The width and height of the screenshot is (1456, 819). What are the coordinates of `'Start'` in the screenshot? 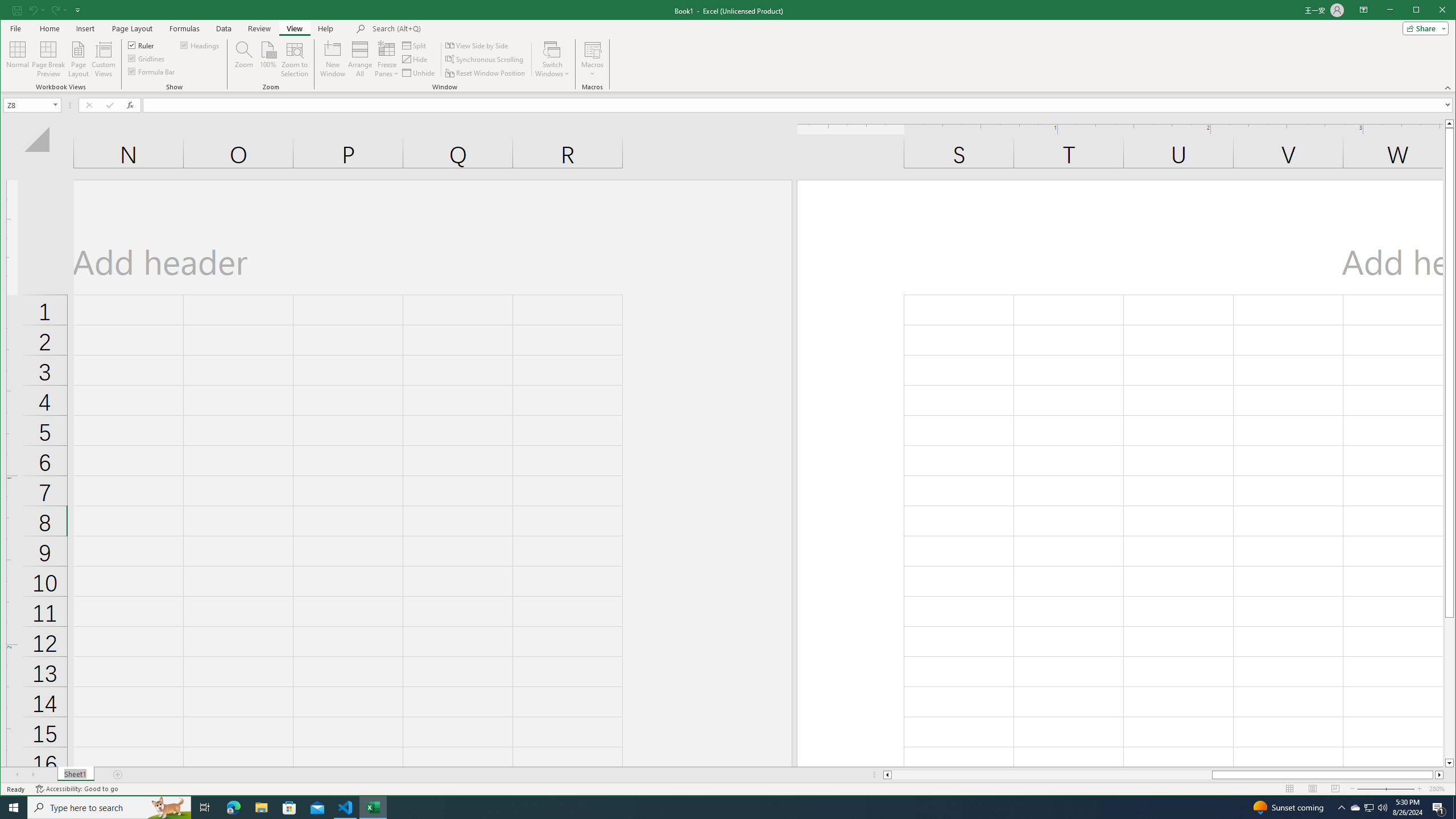 It's located at (14, 806).